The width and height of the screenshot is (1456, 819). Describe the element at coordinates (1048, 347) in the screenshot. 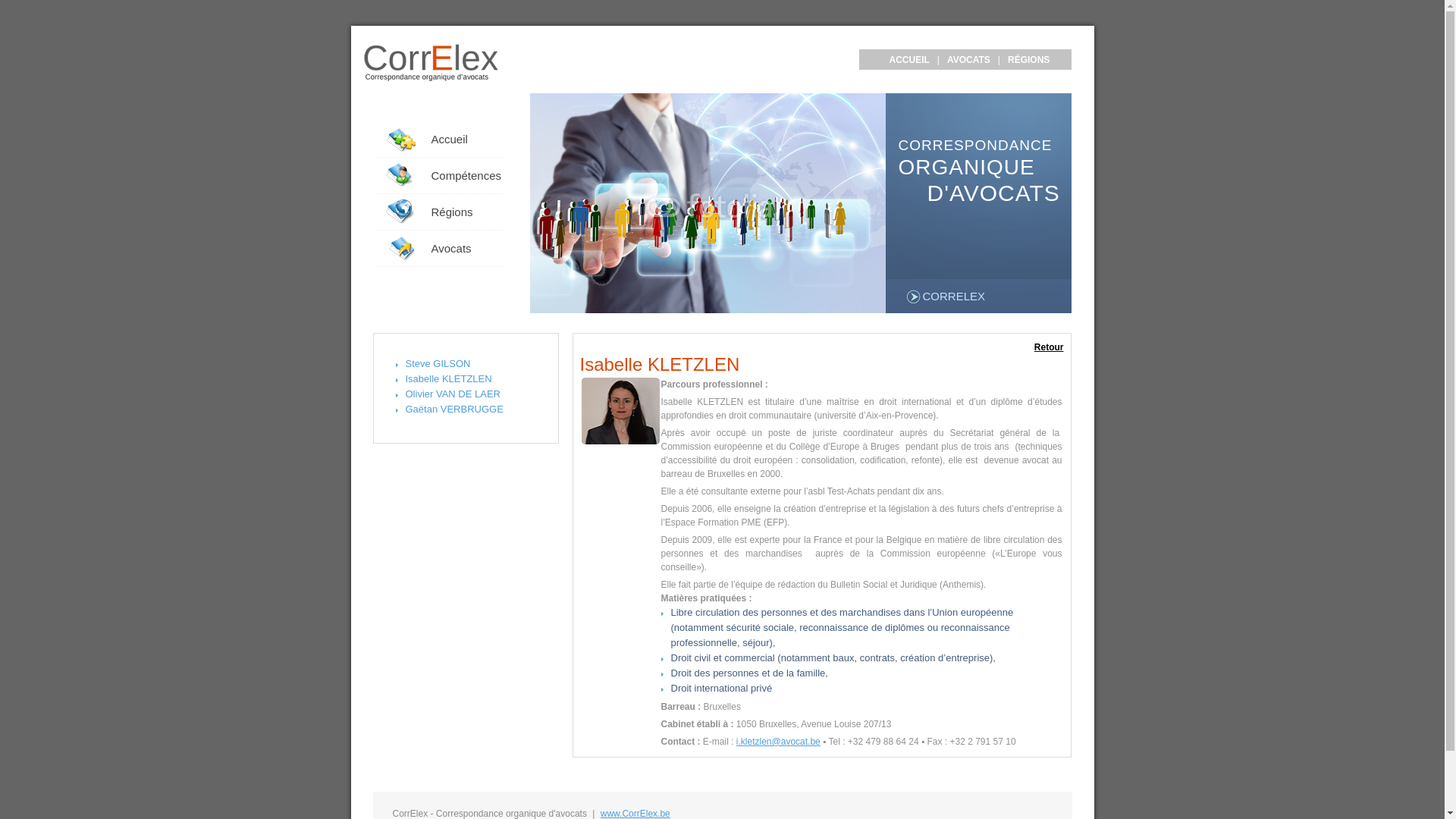

I see `'Retour'` at that location.